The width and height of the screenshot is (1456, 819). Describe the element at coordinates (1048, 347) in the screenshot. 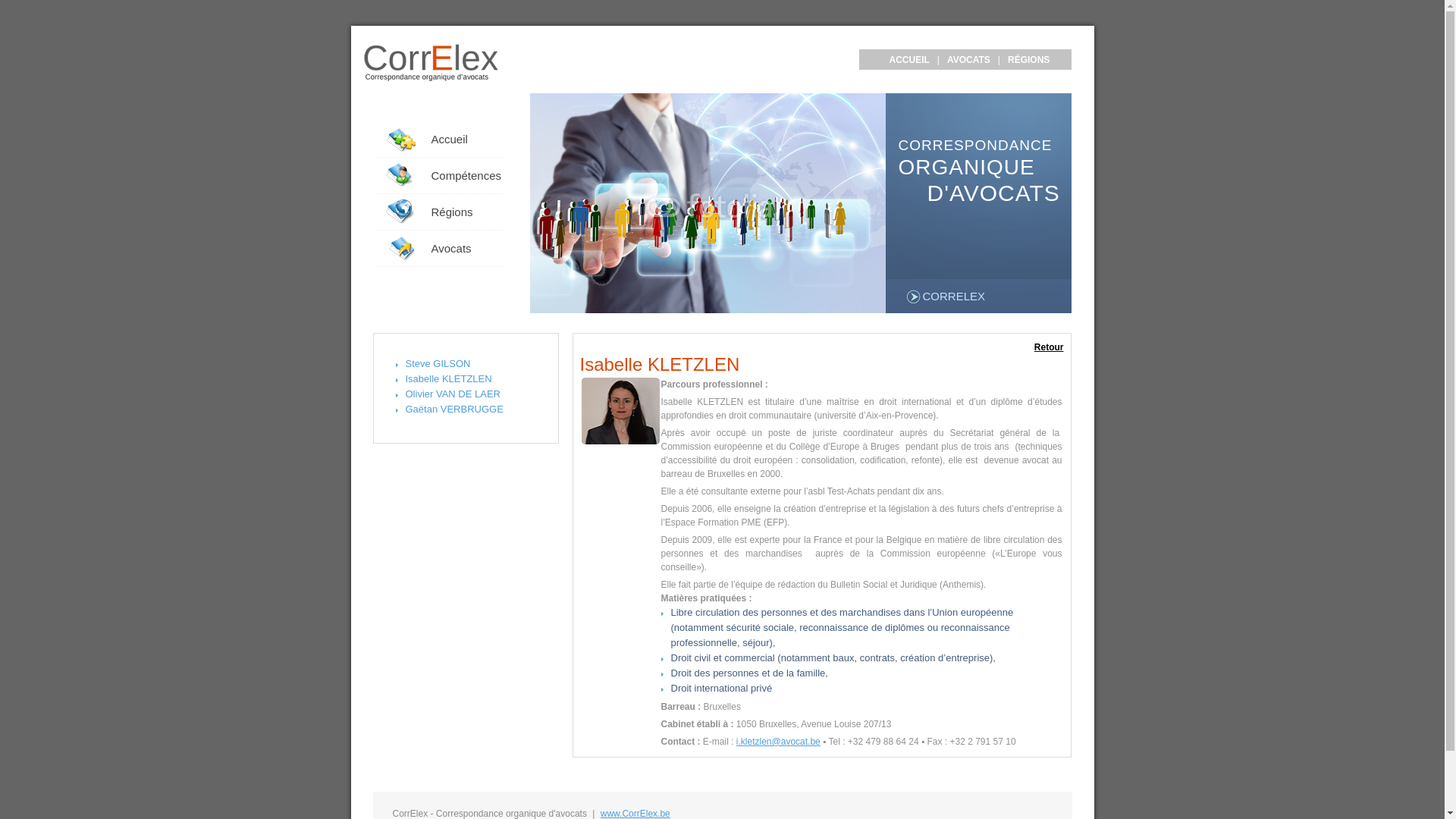

I see `'Retour'` at that location.